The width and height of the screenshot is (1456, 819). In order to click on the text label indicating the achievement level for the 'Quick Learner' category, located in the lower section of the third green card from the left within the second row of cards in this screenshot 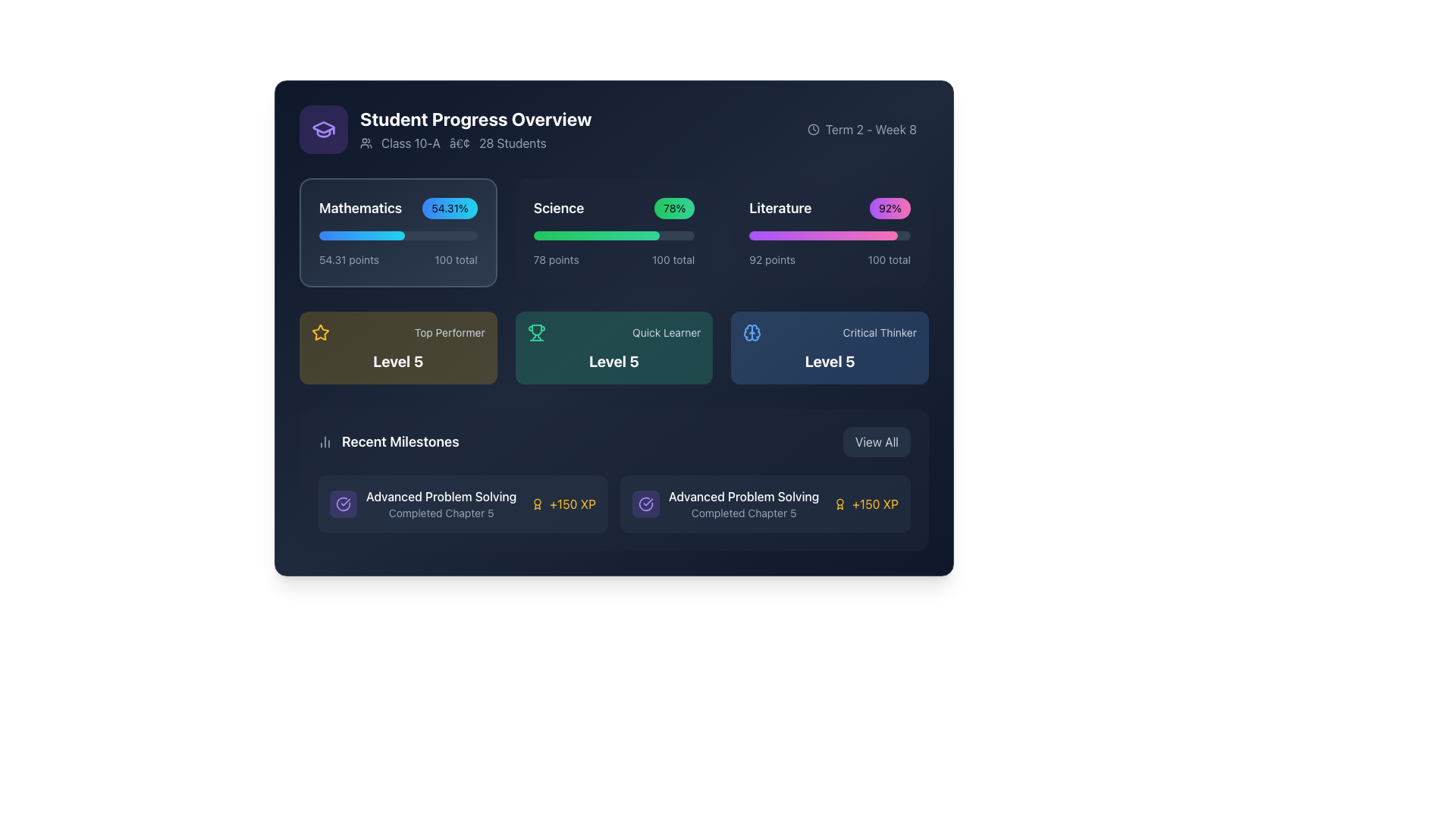, I will do `click(614, 362)`.